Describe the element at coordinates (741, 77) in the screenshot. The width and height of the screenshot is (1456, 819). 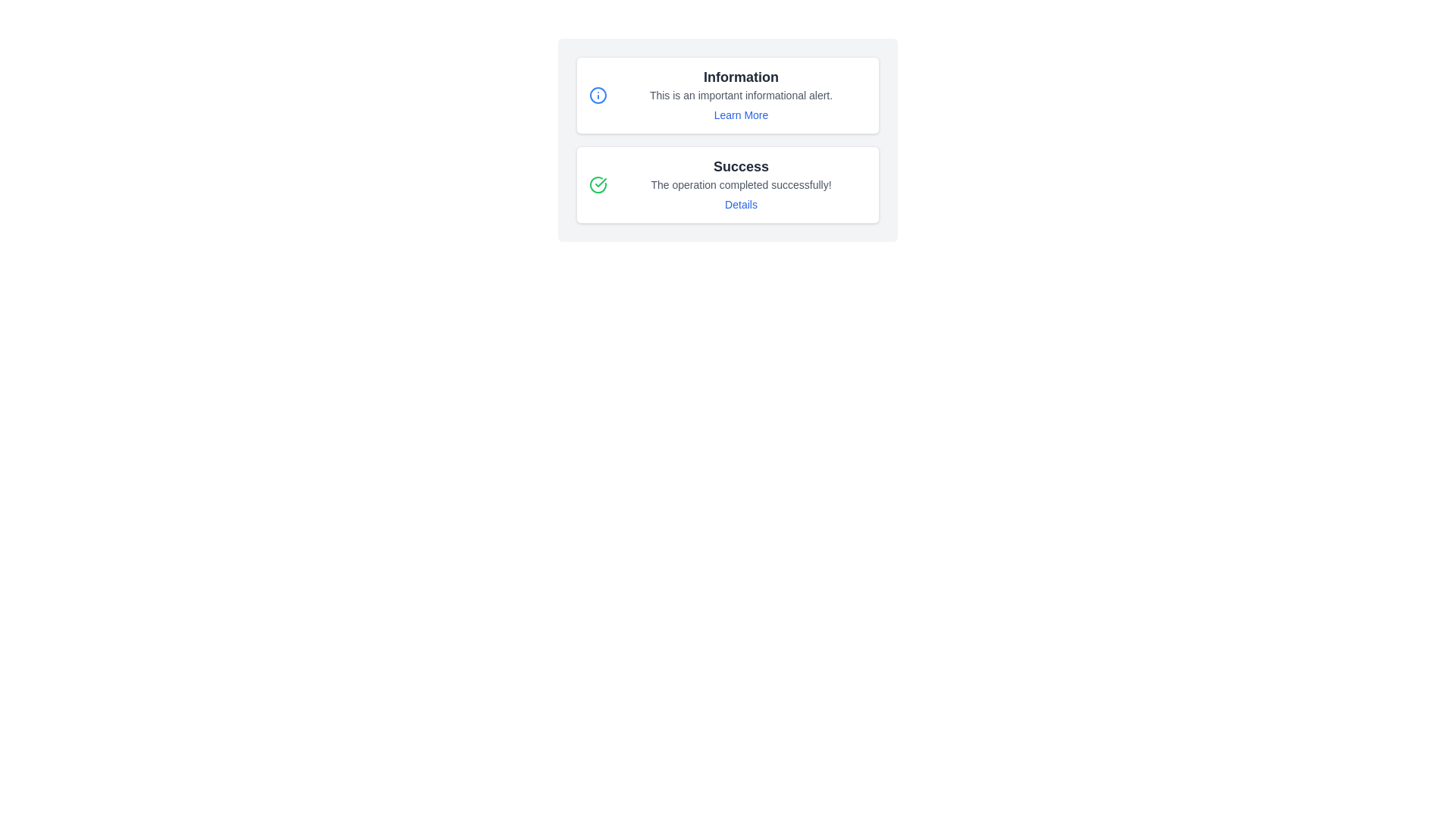
I see `the Text label that serves as the title for the informational alert, located above the description 'This is an important informational alert.' and the 'Learn More' link` at that location.